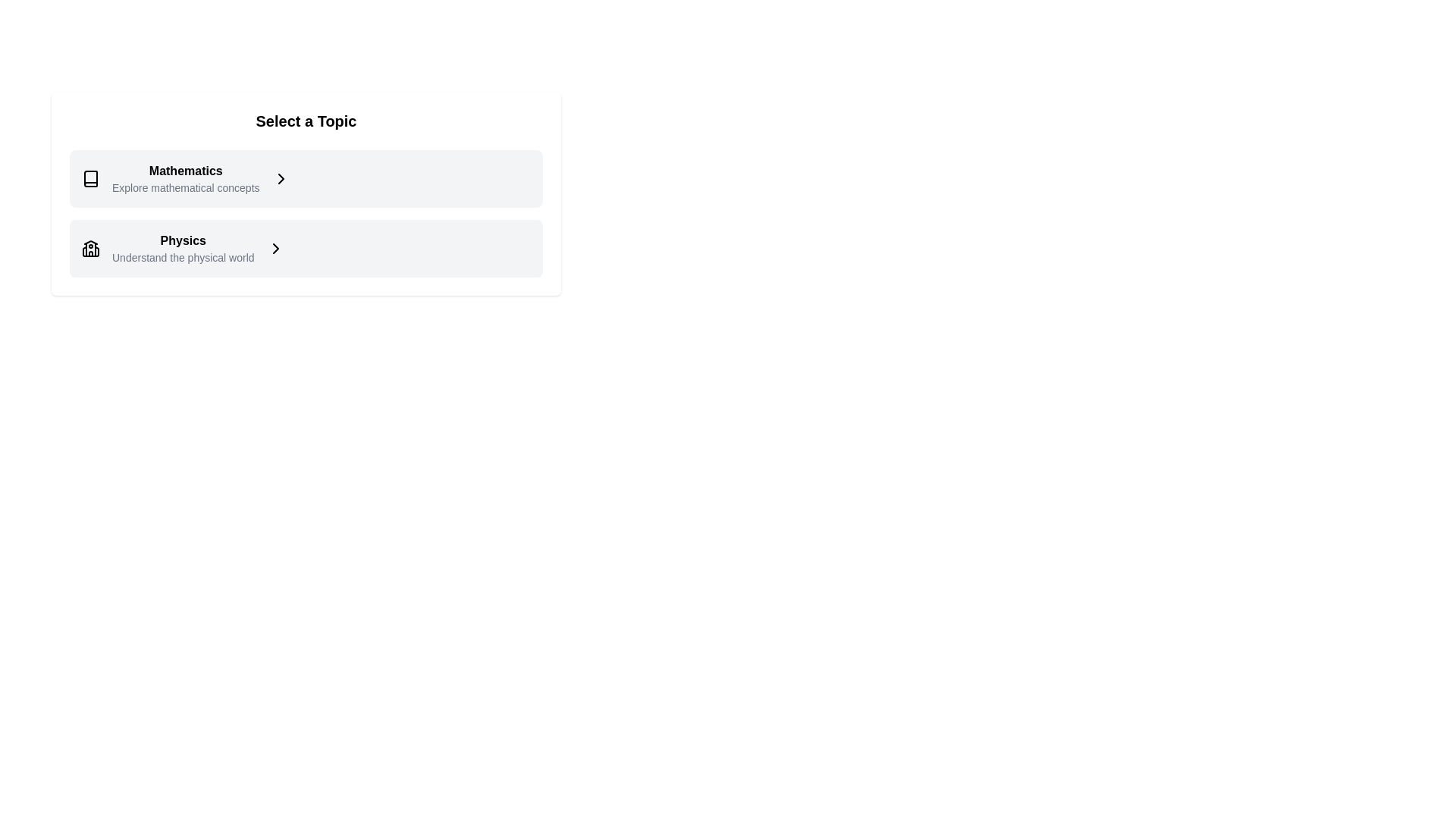 The height and width of the screenshot is (819, 1456). I want to click on the right-pointing chevron icon that represents 'Physics', located at the far right of the item's row, so click(275, 247).